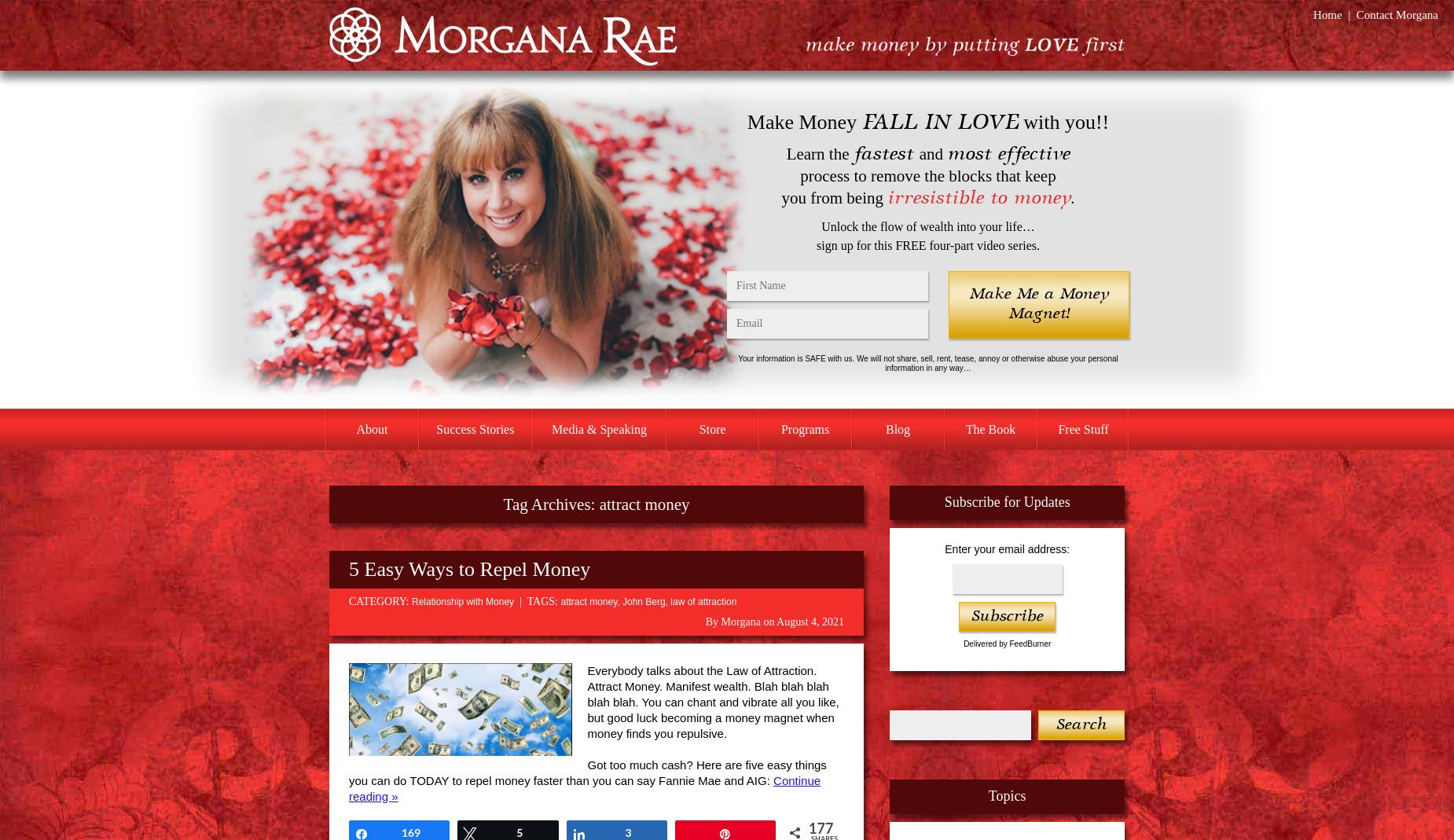  I want to click on 'Success Stories', so click(475, 428).